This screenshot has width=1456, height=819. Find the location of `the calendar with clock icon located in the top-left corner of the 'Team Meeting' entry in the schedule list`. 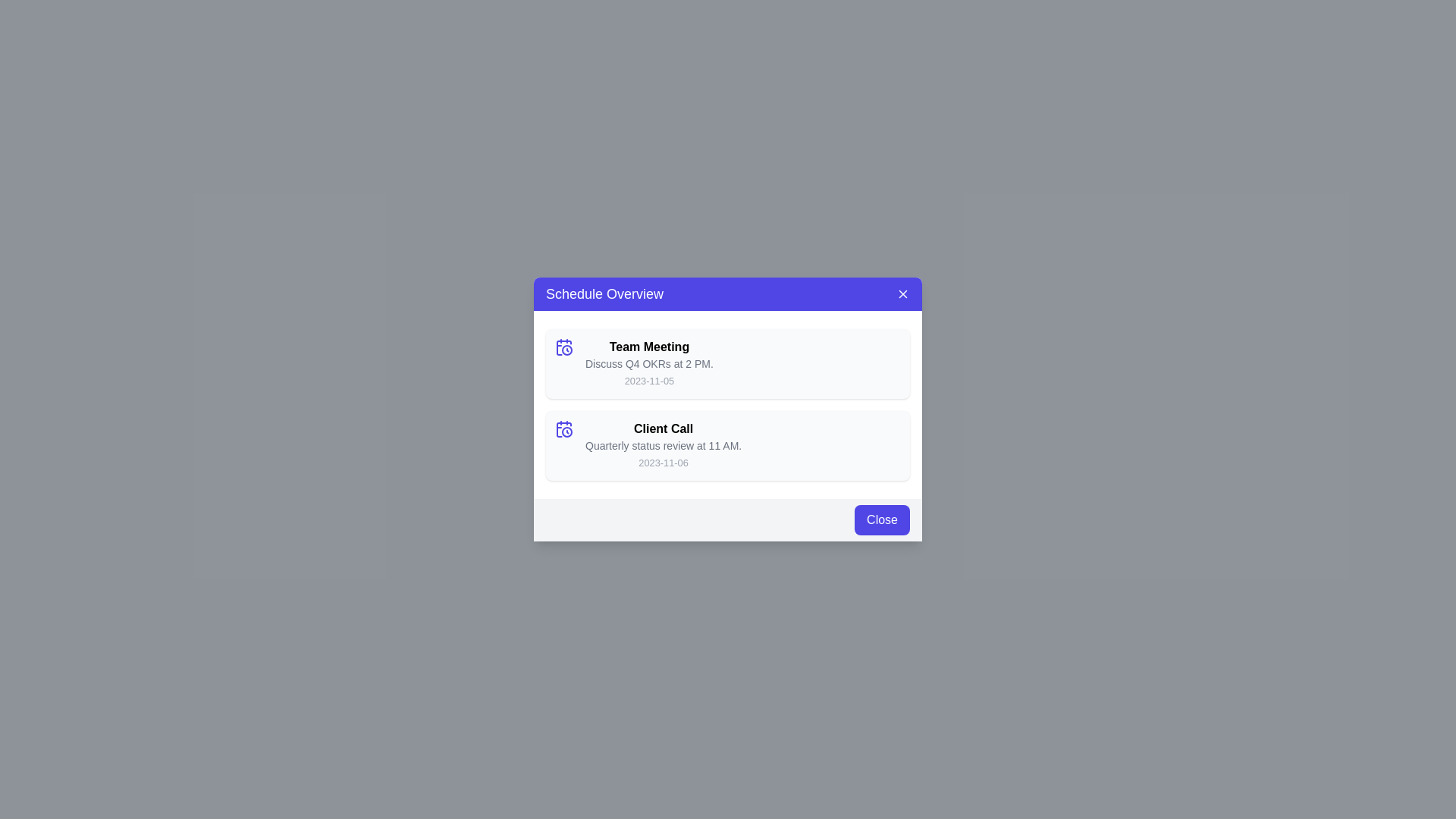

the calendar with clock icon located in the top-left corner of the 'Team Meeting' entry in the schedule list is located at coordinates (563, 347).